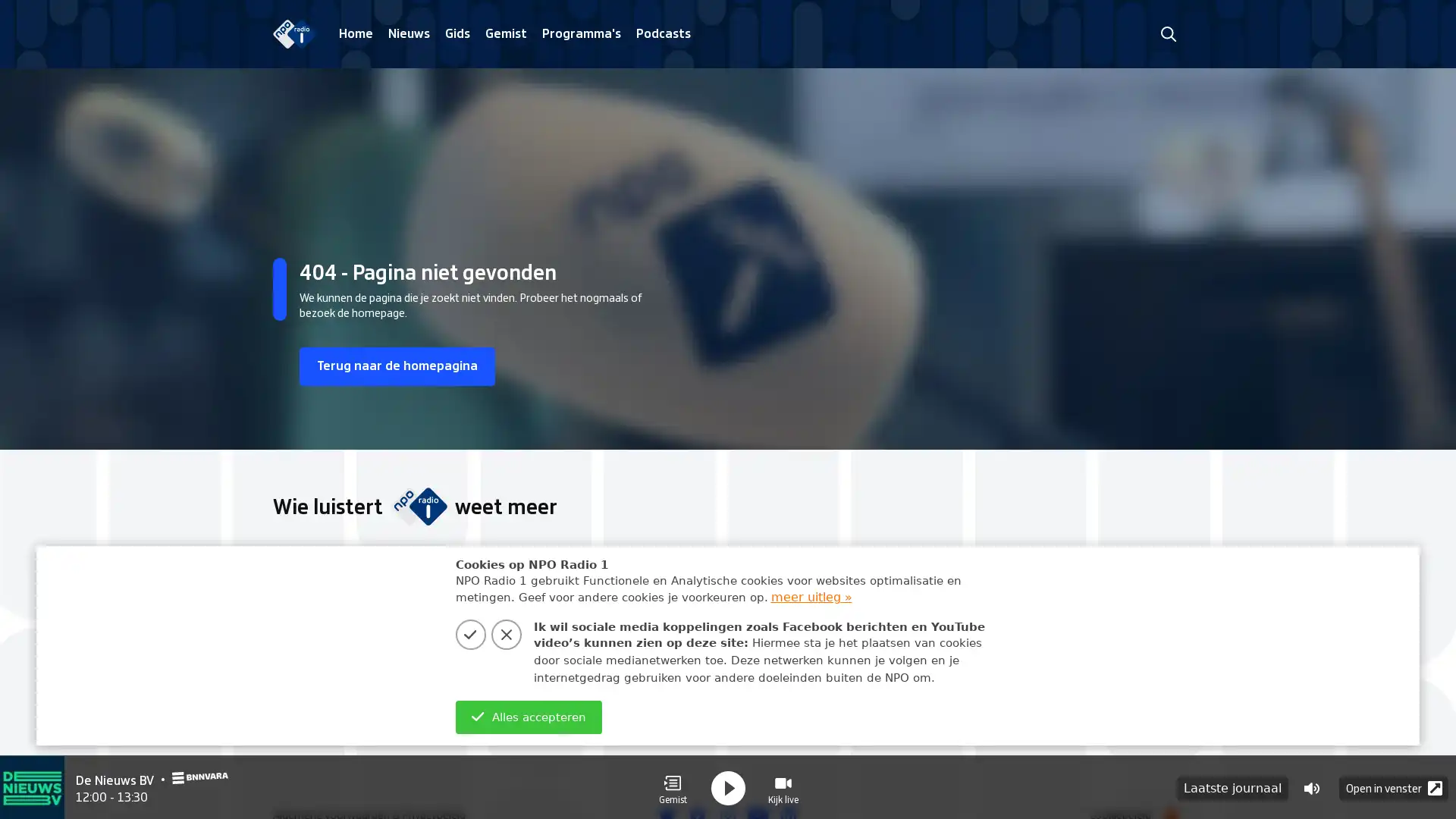 The width and height of the screenshot is (1456, 819). I want to click on Volume control, so click(1310, 786).